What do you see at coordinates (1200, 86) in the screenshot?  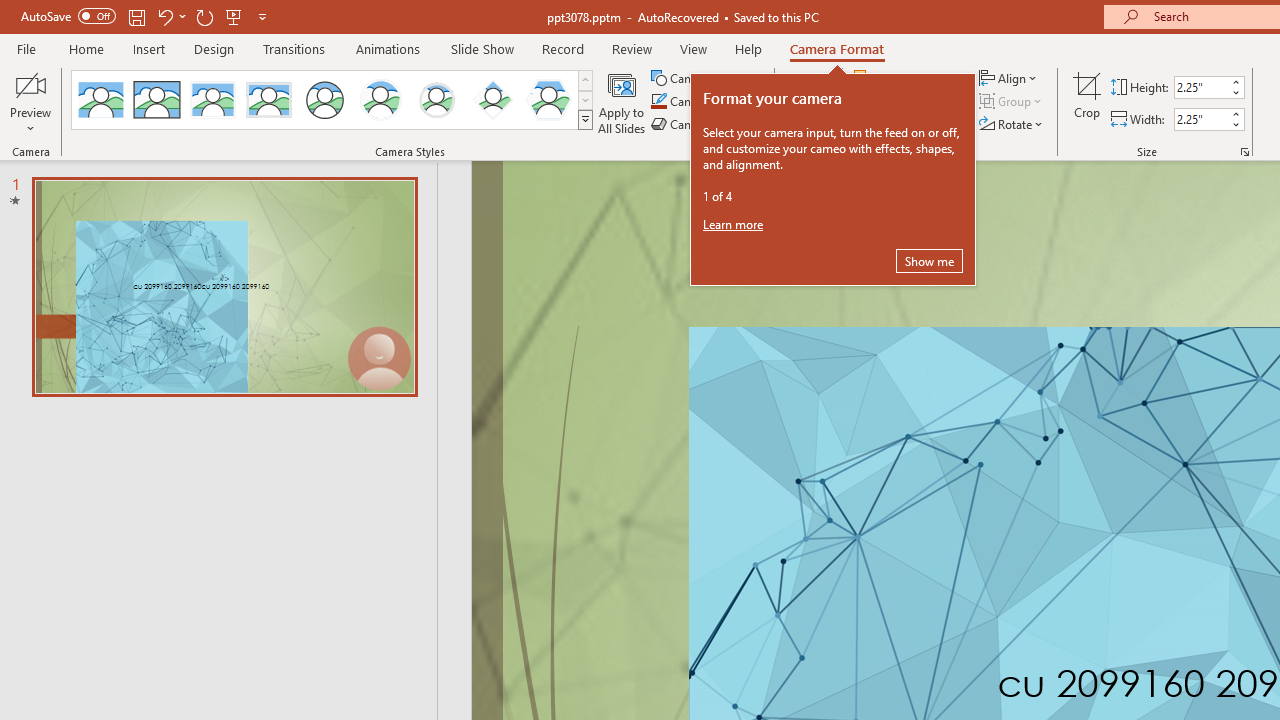 I see `'Cameo Height'` at bounding box center [1200, 86].